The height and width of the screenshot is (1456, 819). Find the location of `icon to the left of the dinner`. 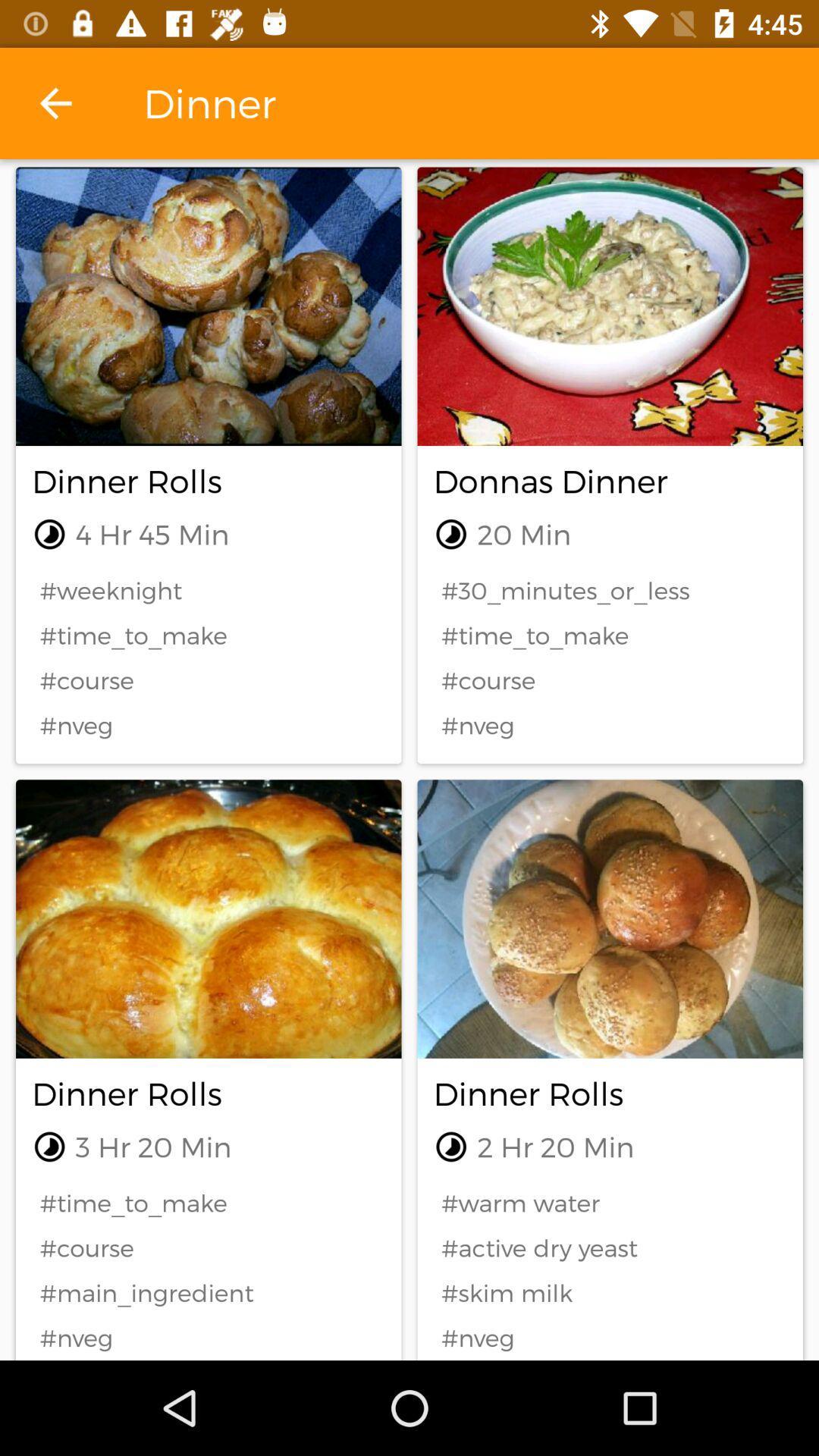

icon to the left of the dinner is located at coordinates (55, 102).